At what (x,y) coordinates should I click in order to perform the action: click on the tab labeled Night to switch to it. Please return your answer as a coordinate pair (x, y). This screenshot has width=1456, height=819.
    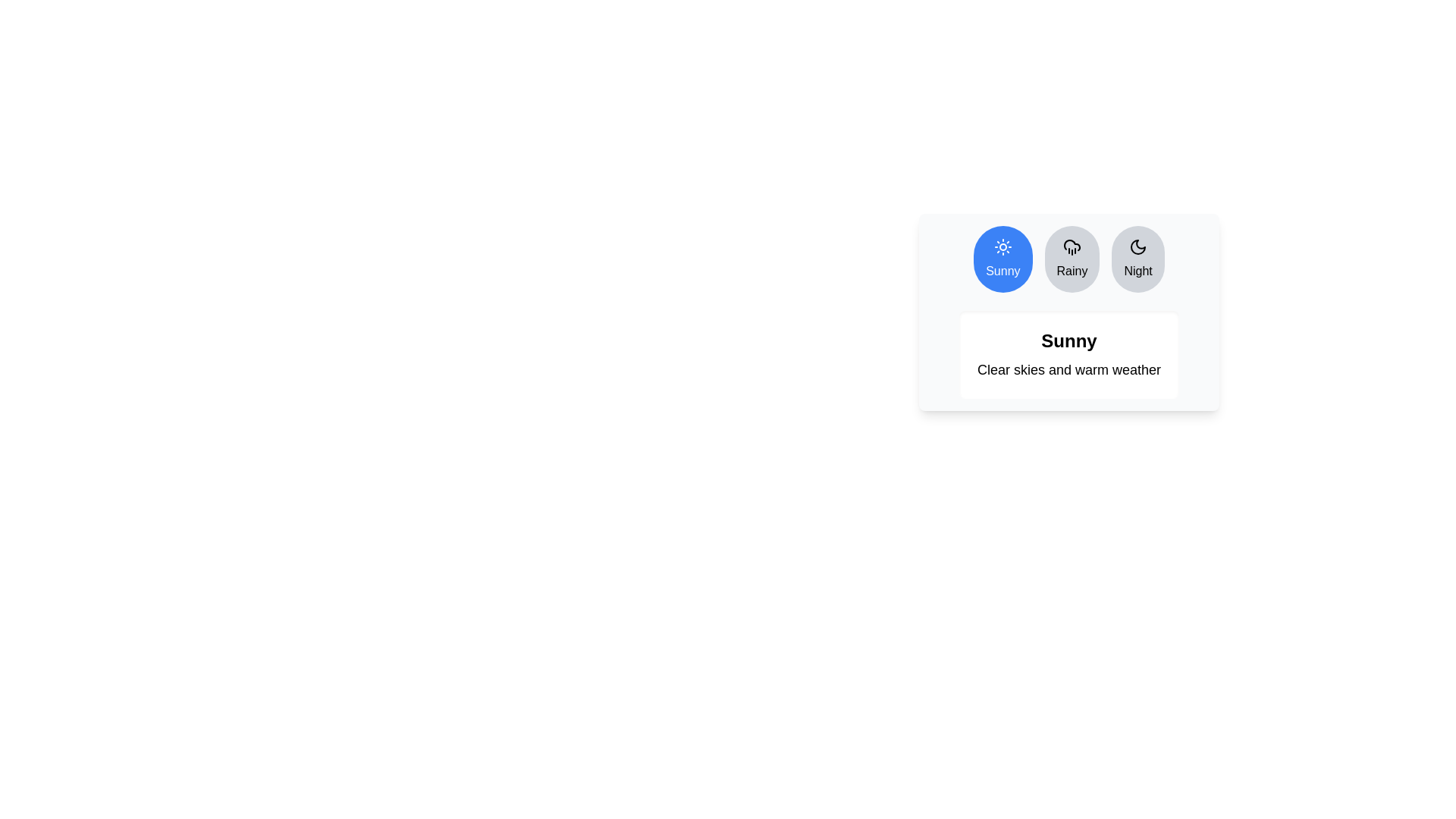
    Looking at the image, I should click on (1138, 259).